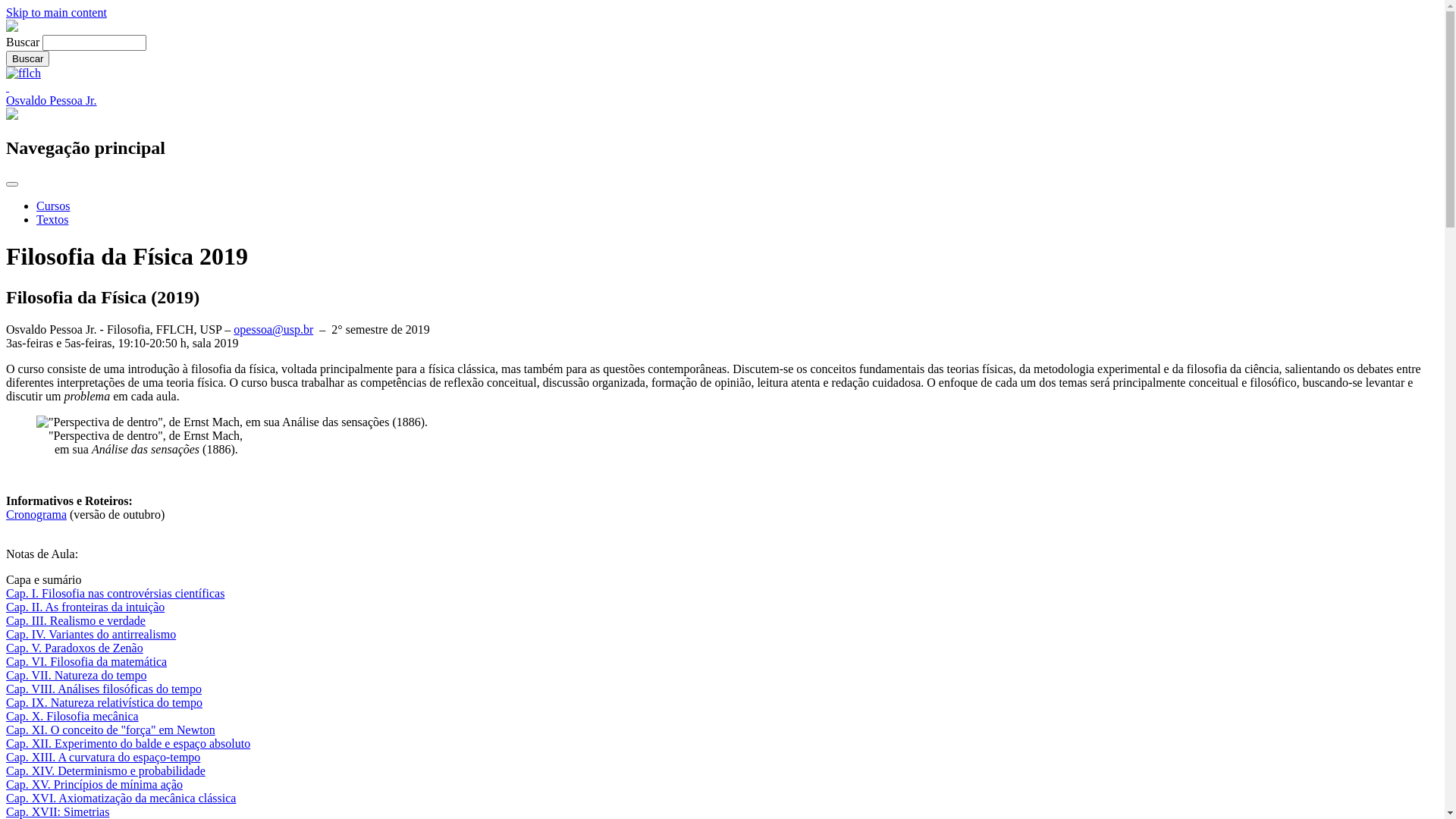 The image size is (1456, 819). What do you see at coordinates (58, 811) in the screenshot?
I see `'Cap. XVII: Simetrias'` at bounding box center [58, 811].